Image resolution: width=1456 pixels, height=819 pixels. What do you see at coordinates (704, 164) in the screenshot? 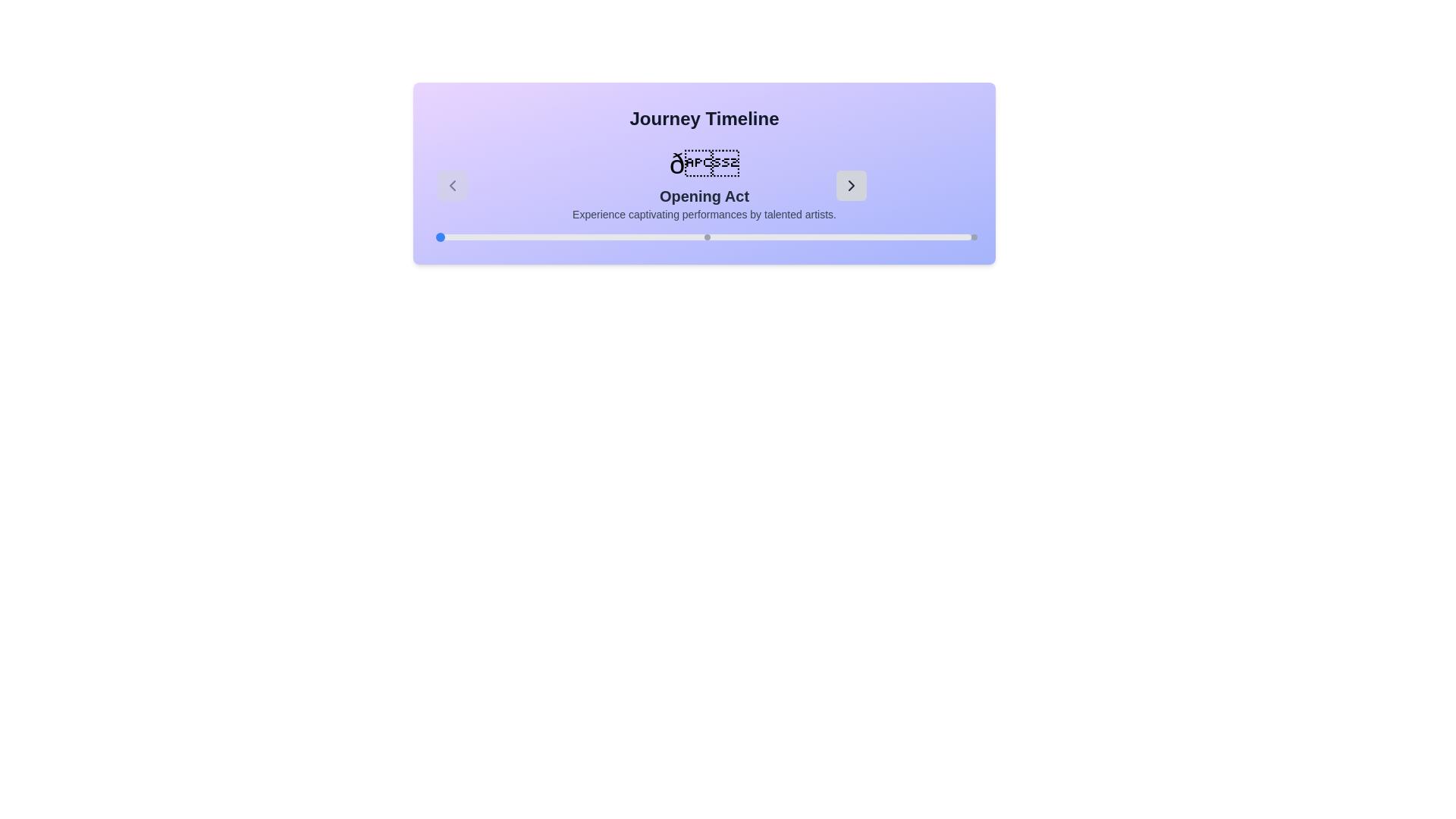
I see `the Decorative Symbol or Icon that displays an emoji or symbolic character, which is prominently sized and bold, located at the top of the section labeled 'Opening Act'` at bounding box center [704, 164].